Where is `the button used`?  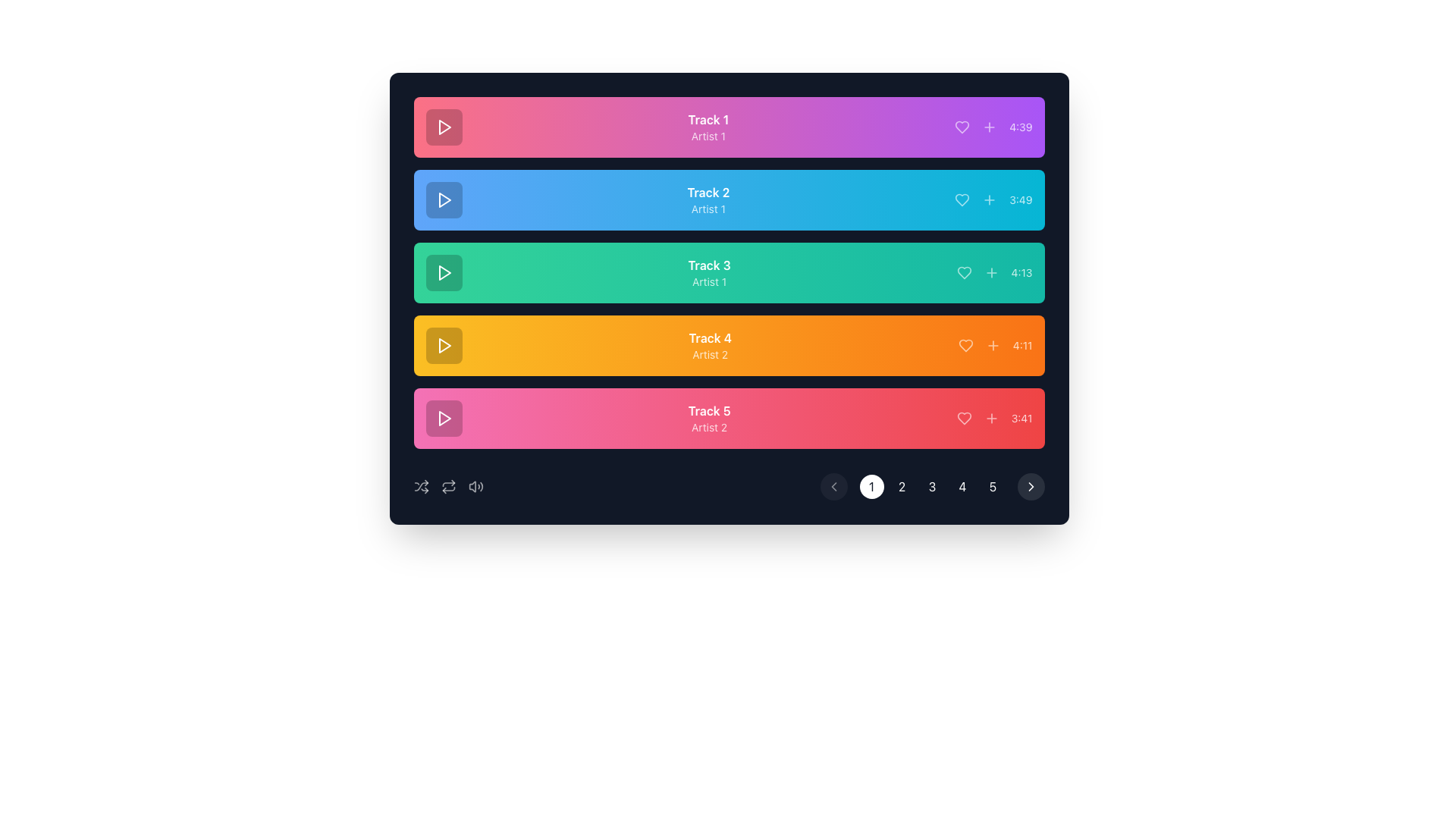
the button used is located at coordinates (990, 199).